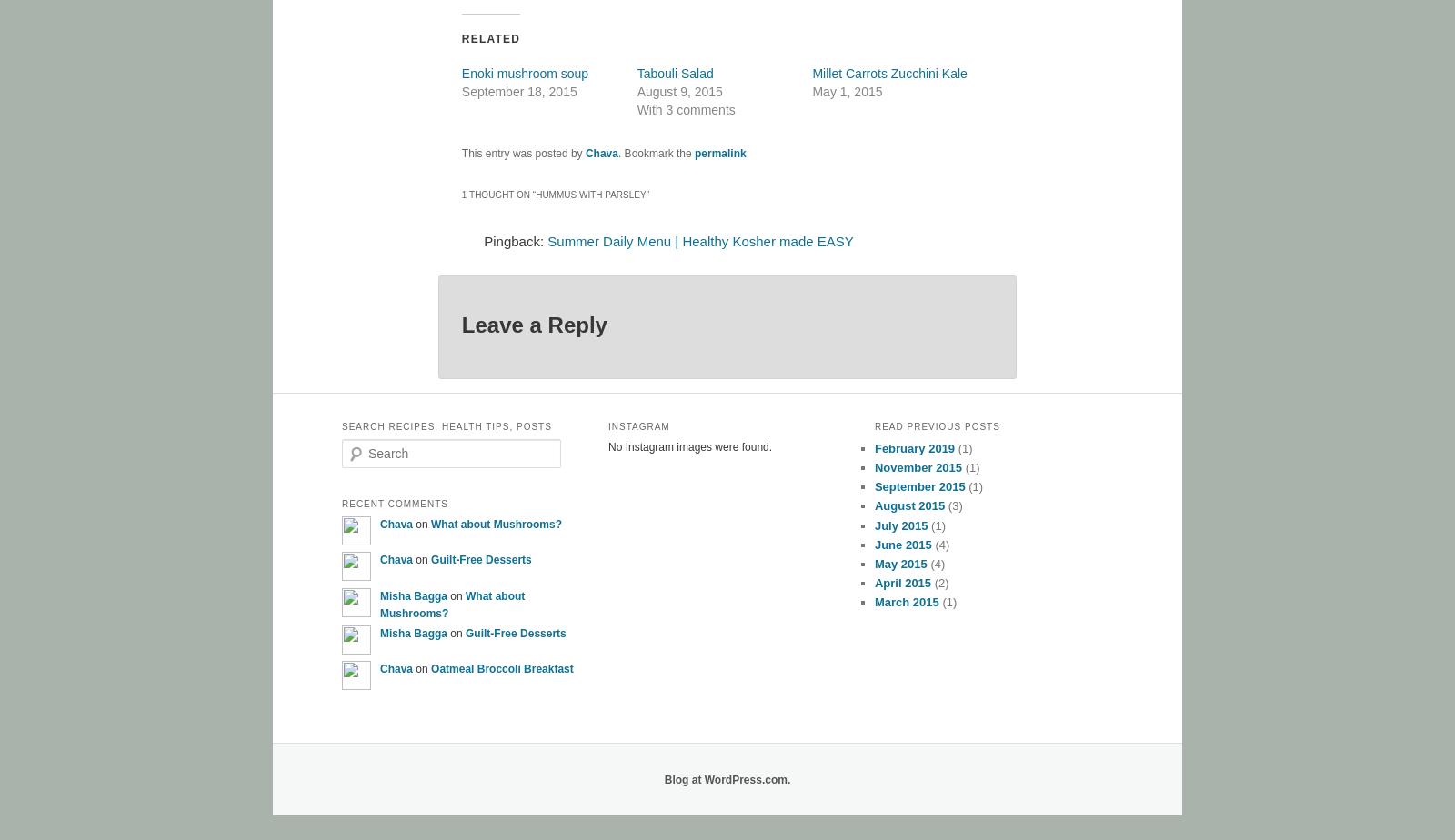 The width and height of the screenshot is (1455, 840). I want to click on 'August 2015', so click(872, 505).